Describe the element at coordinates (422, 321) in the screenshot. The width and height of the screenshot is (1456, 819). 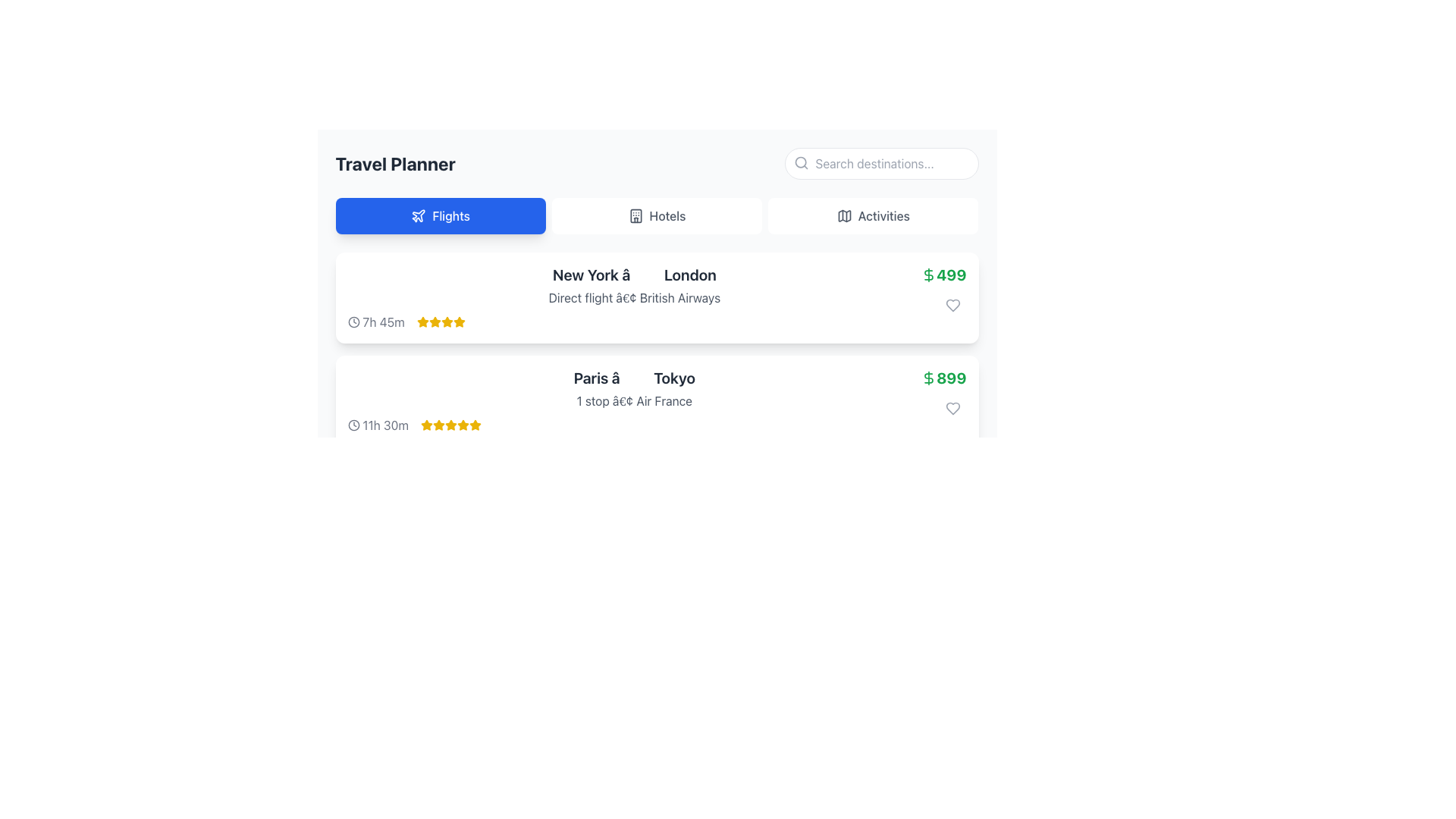
I see `the first star-shaped icon (yellow fill) in the flight option list` at that location.